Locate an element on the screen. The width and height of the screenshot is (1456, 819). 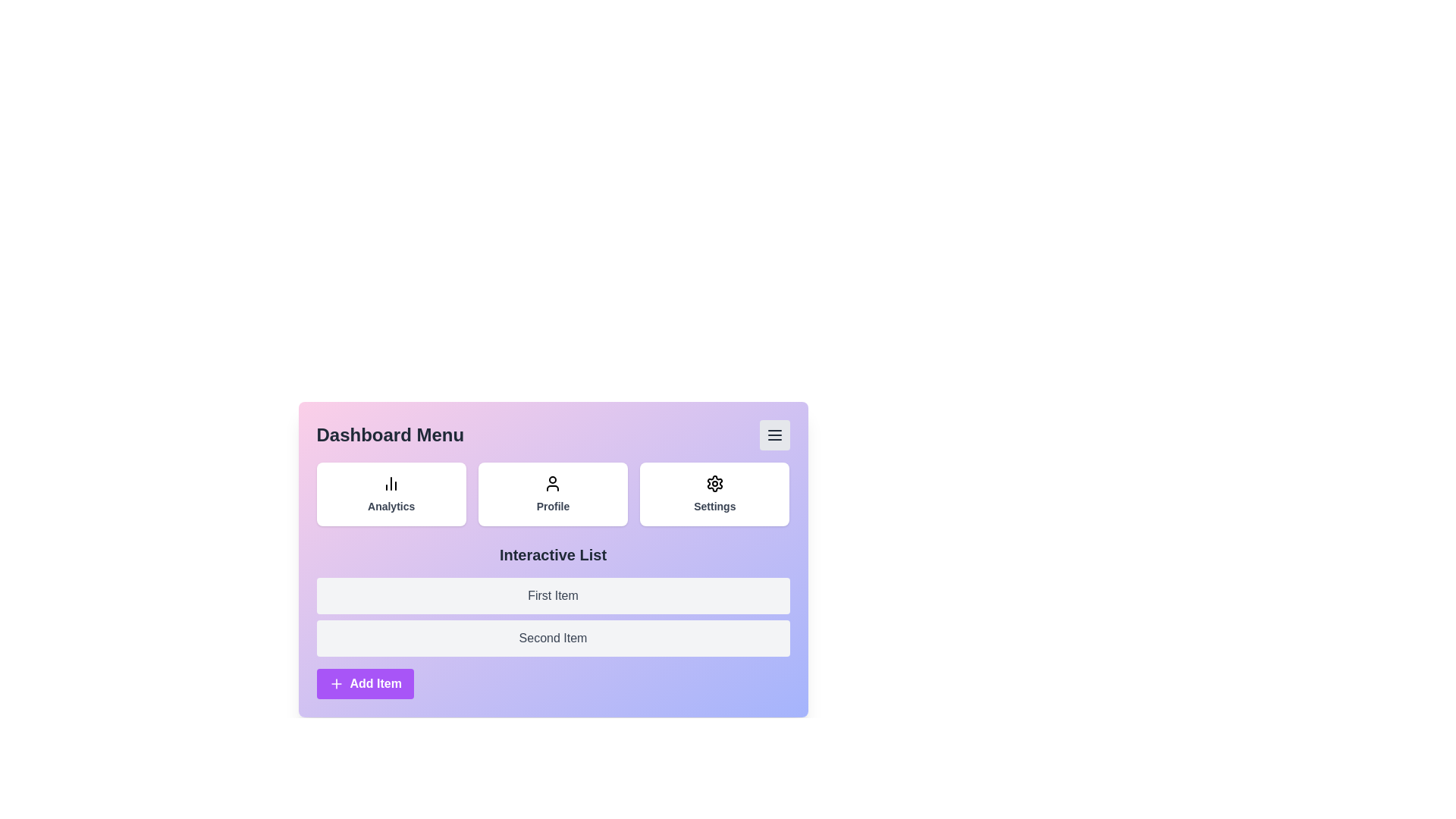
the 'Settings' button to access its functionality is located at coordinates (714, 483).